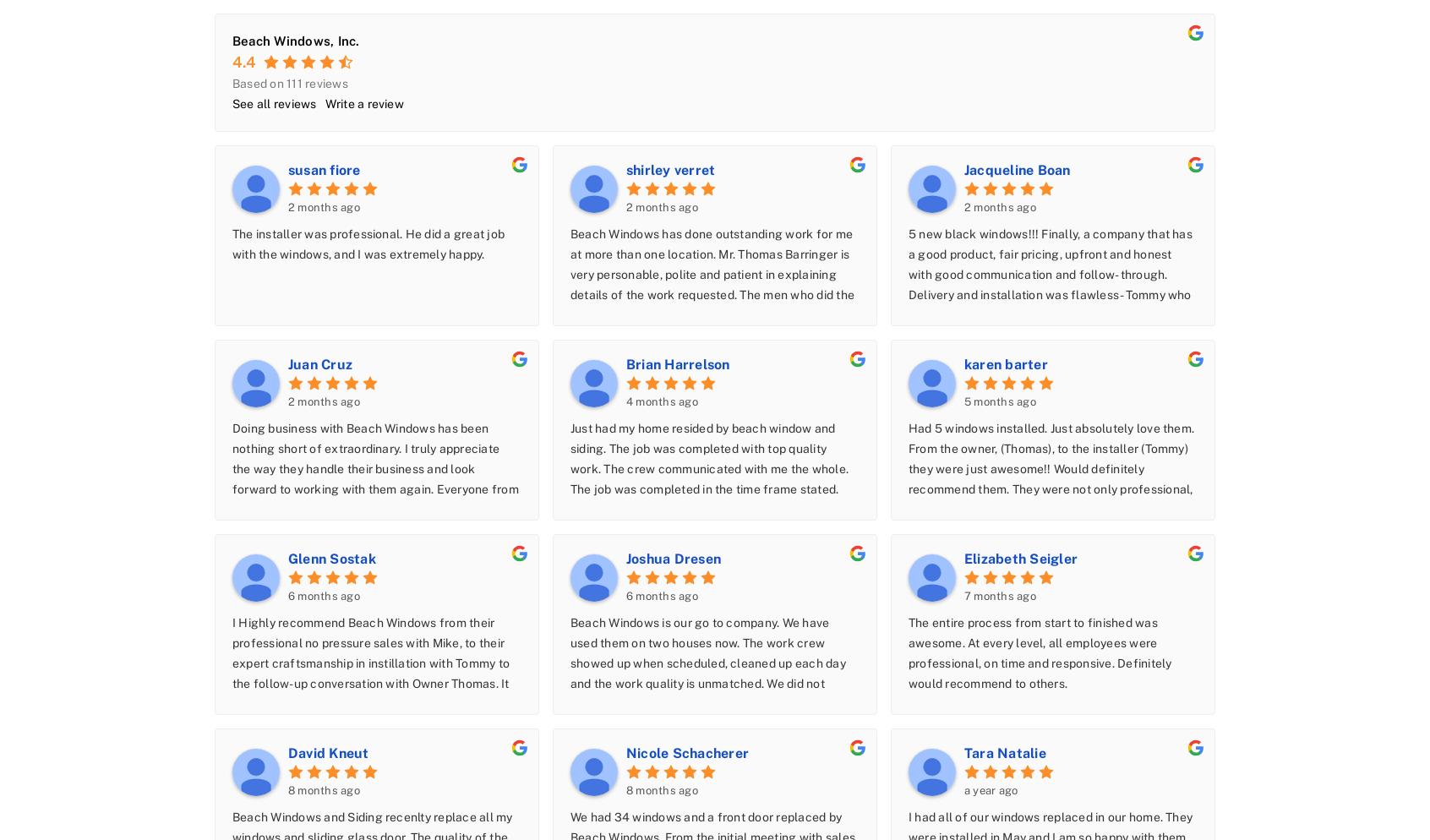 This screenshot has width=1430, height=840. I want to click on 'David Kneut', so click(328, 751).